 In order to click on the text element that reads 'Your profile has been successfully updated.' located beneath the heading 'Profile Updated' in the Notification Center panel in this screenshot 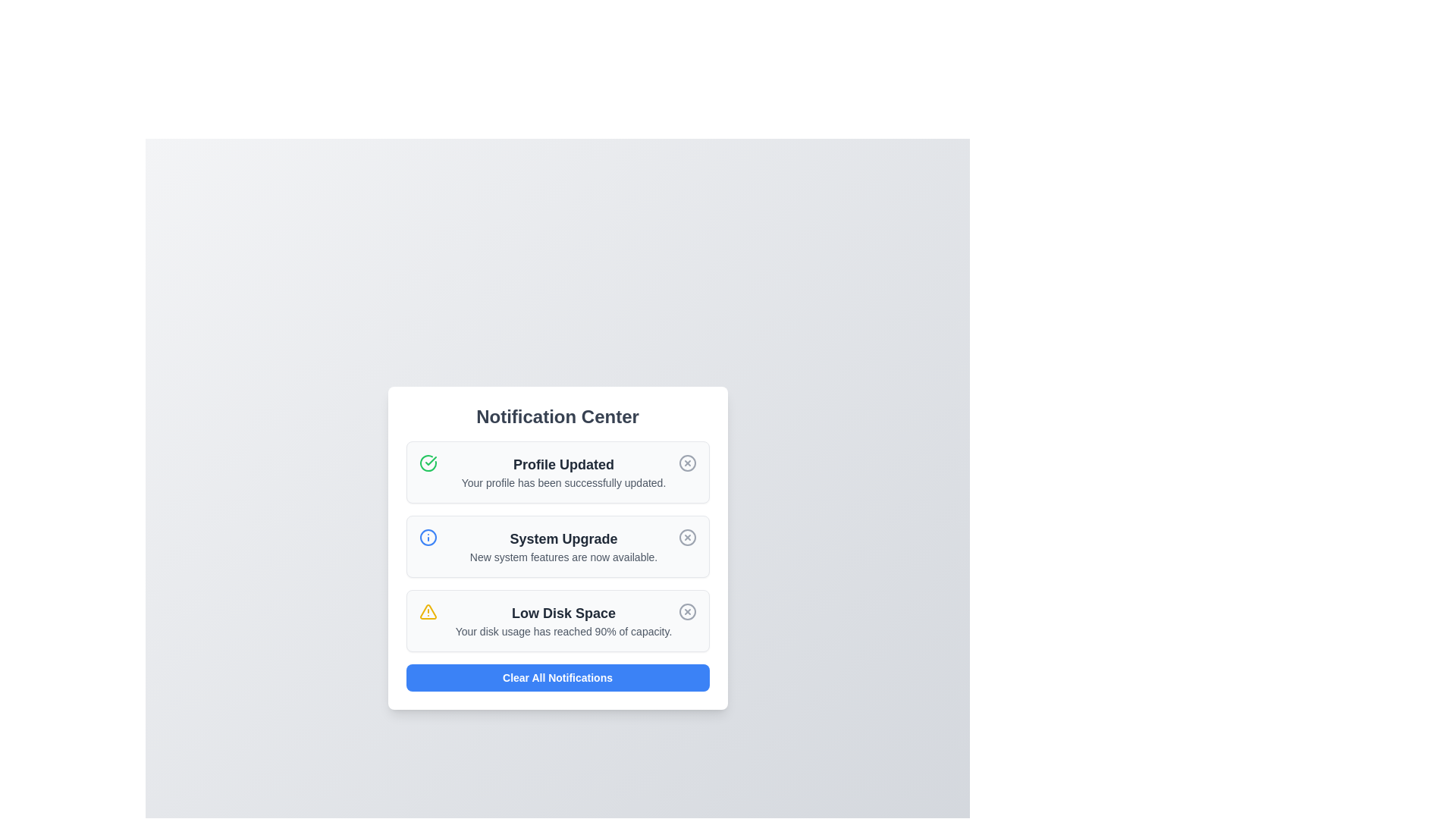, I will do `click(563, 482)`.